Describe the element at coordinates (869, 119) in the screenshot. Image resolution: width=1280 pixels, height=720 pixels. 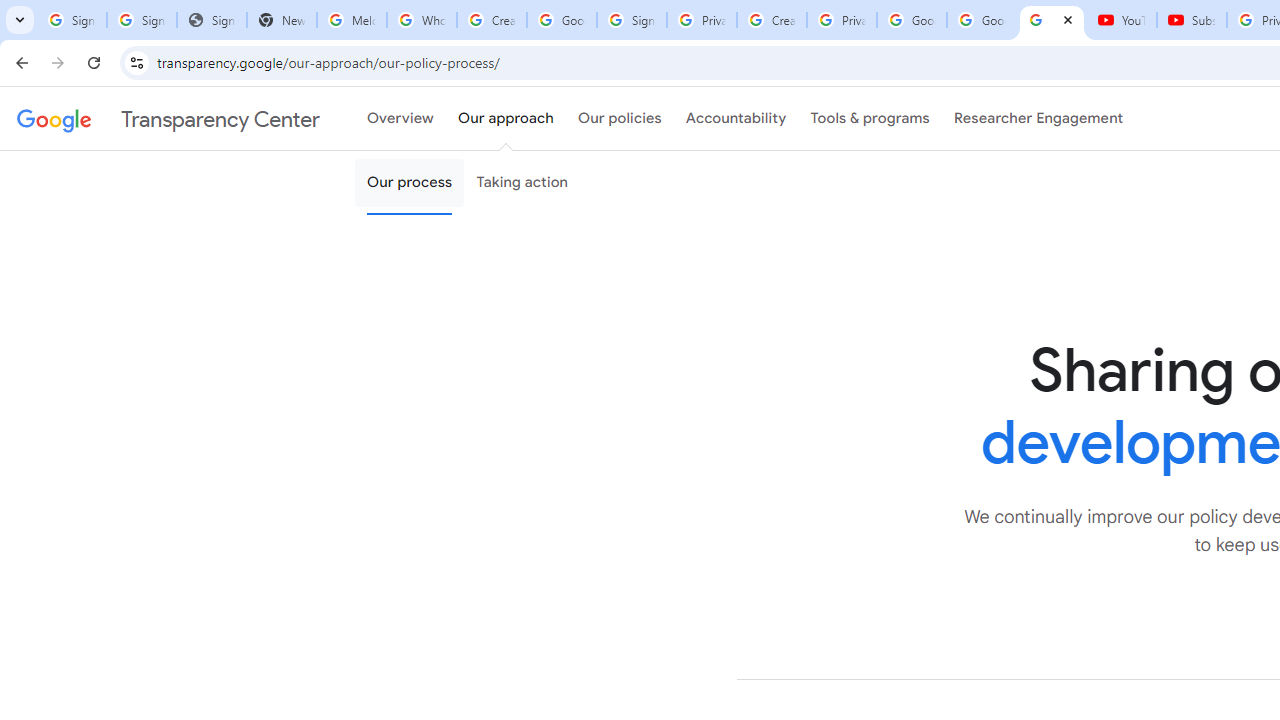
I see `'Tools & programs'` at that location.